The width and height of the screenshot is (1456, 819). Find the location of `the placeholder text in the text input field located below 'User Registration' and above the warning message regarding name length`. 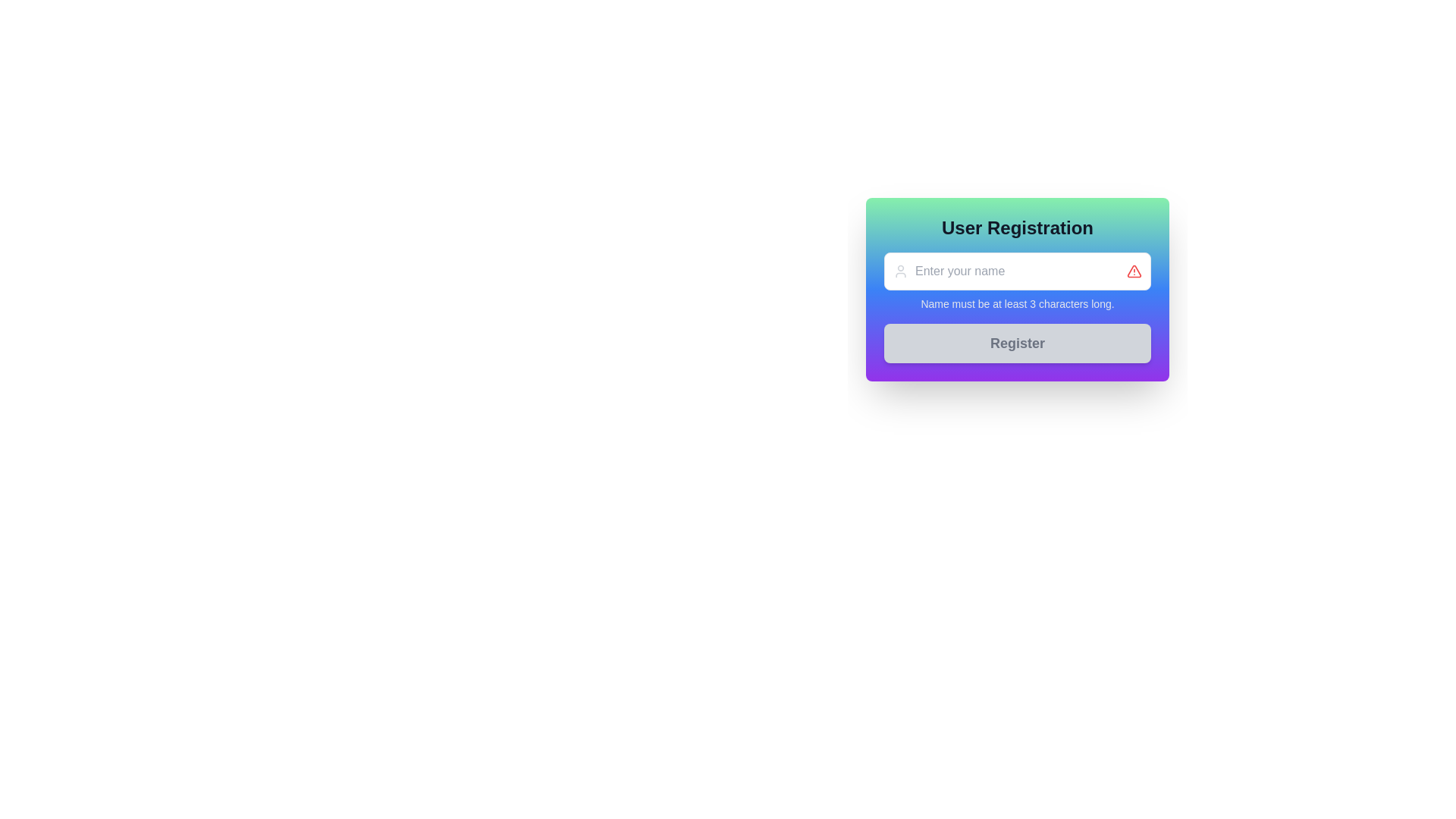

the placeholder text in the text input field located below 'User Registration' and above the warning message regarding name length is located at coordinates (1018, 271).